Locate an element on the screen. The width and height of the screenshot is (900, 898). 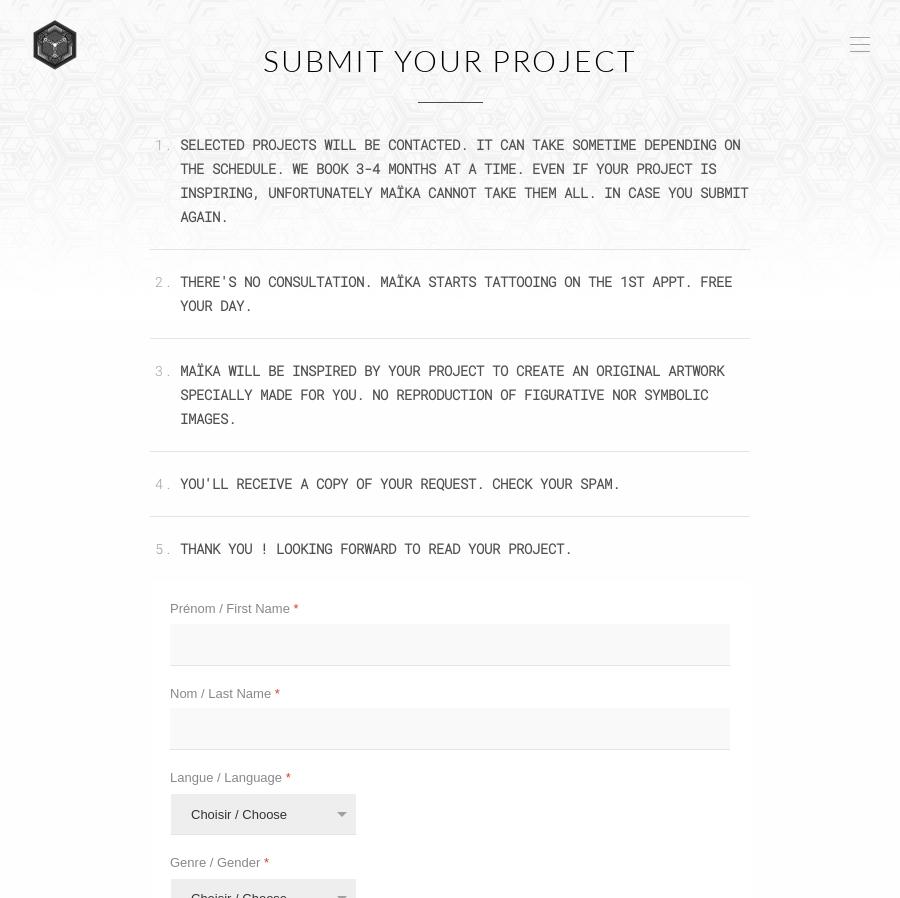
'MAÏKA WILL BE INSPIRED BY YOUR PROJECT TO CREATE AN ORIGINAL ARTWORK SPECIALLY MADE FOR YOU. NO REPRODUCTION OF FIGURATIVE NOR SYMBOLIC IMAGES.' is located at coordinates (450, 393).